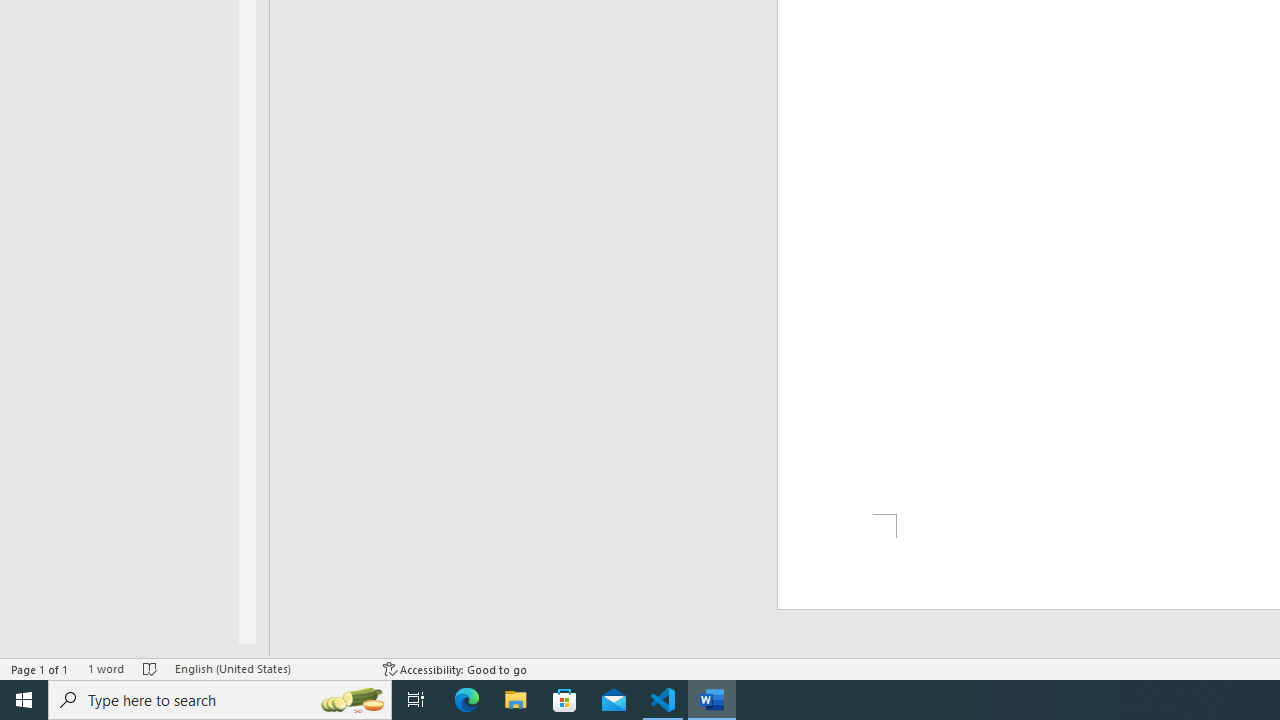 This screenshot has width=1280, height=720. I want to click on 'Page Number Page 1 of 1', so click(40, 669).